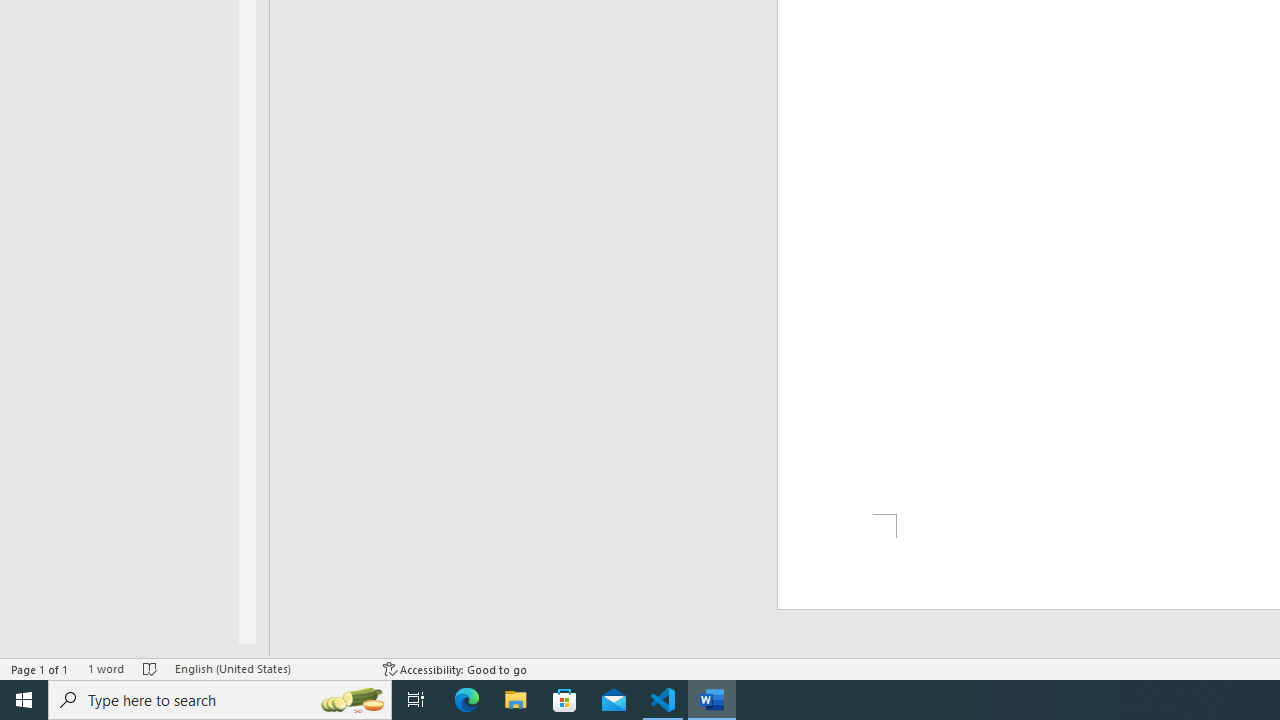 This screenshot has width=1280, height=720. I want to click on 'Page Number Page 1 of 1', so click(40, 669).